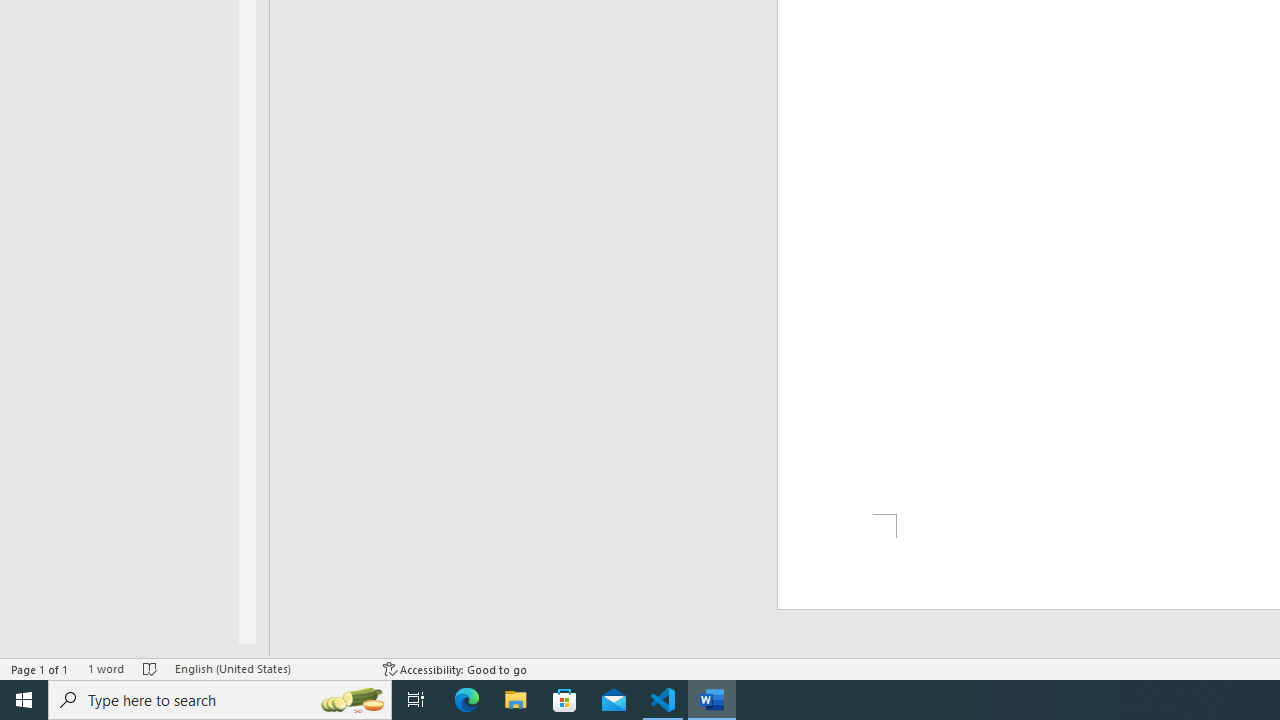 This screenshot has width=1280, height=720. I want to click on 'Page Number Page 1 of 1', so click(40, 669).